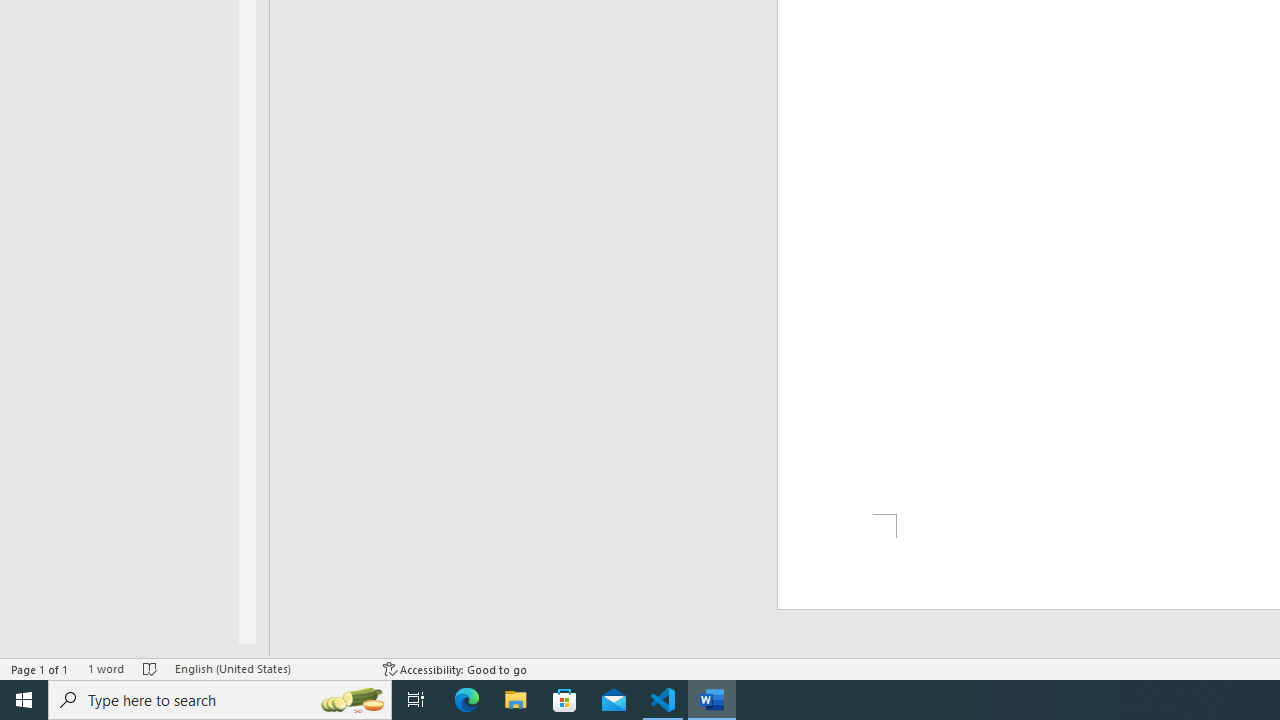 This screenshot has width=1280, height=720. I want to click on 'Page Number Page 1 of 1', so click(40, 669).